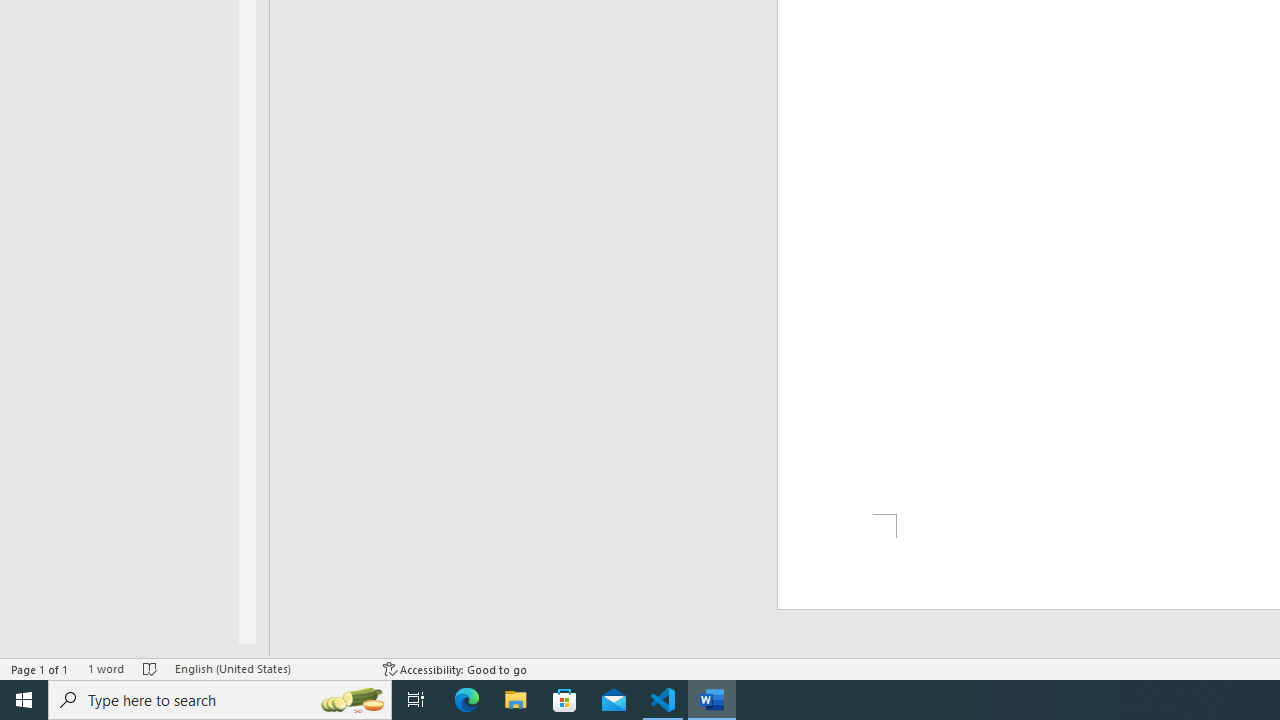 This screenshot has width=1280, height=720. I want to click on 'Page Number Page 1 of 1', so click(40, 669).